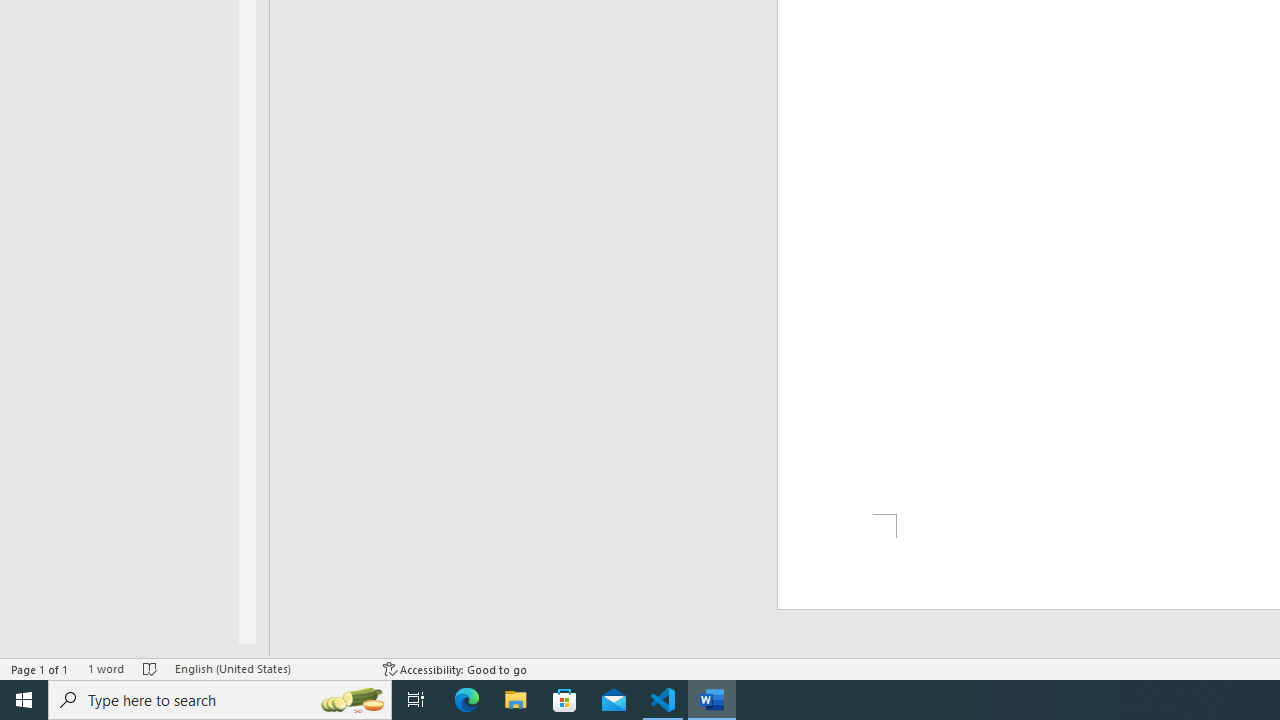 This screenshot has width=1280, height=720. I want to click on 'Page Number Page 1 of 1', so click(40, 669).